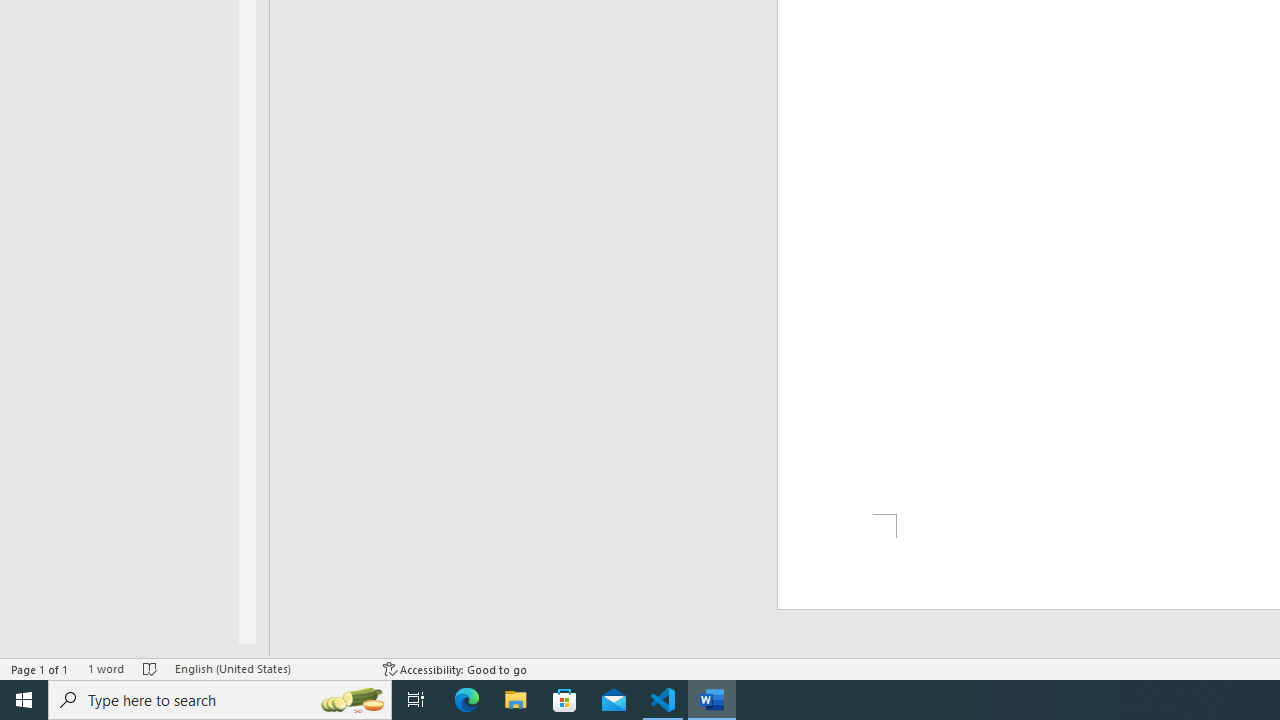 This screenshot has width=1280, height=720. I want to click on 'Page Number Page 1 of 1', so click(40, 669).